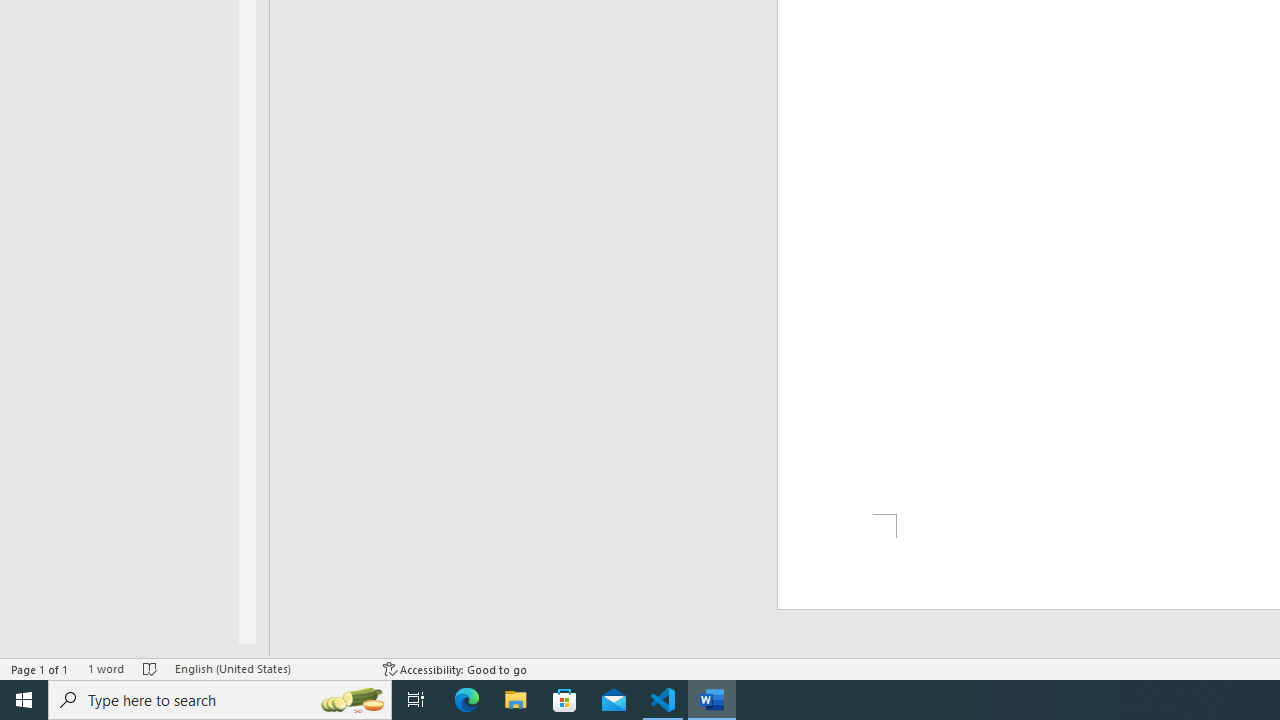 This screenshot has width=1280, height=720. I want to click on 'Page Number Page 1 of 1', so click(40, 669).